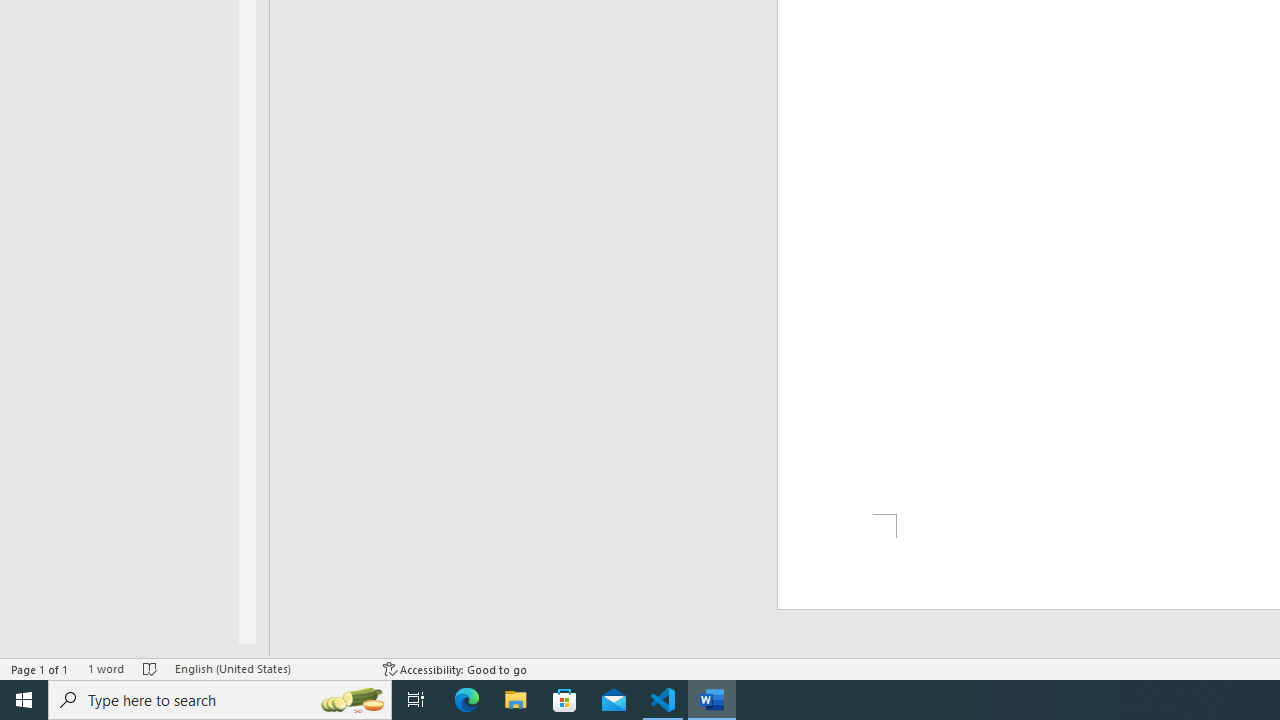 This screenshot has width=1280, height=720. I want to click on 'Page Number Page 1 of 1', so click(40, 669).